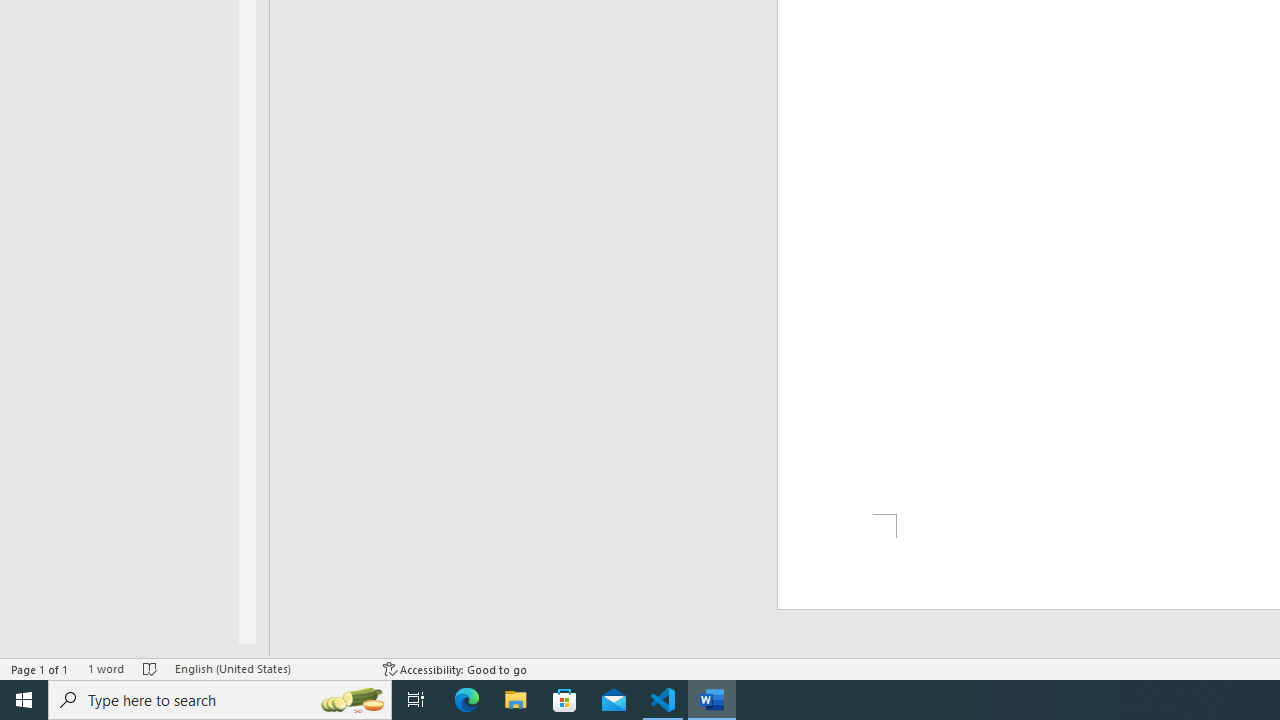 This screenshot has width=1280, height=720. I want to click on 'Page Number Page 1 of 1', so click(40, 669).